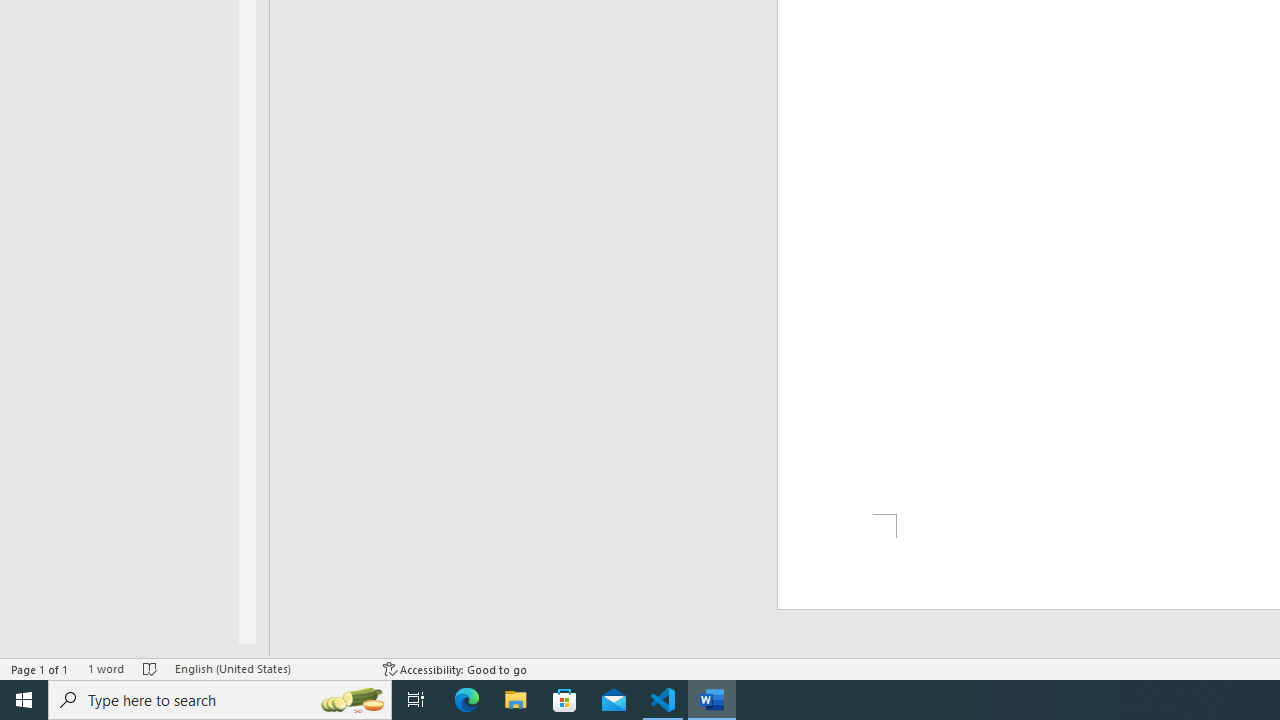 This screenshot has width=1280, height=720. I want to click on 'Page Number Page 1 of 1', so click(40, 669).